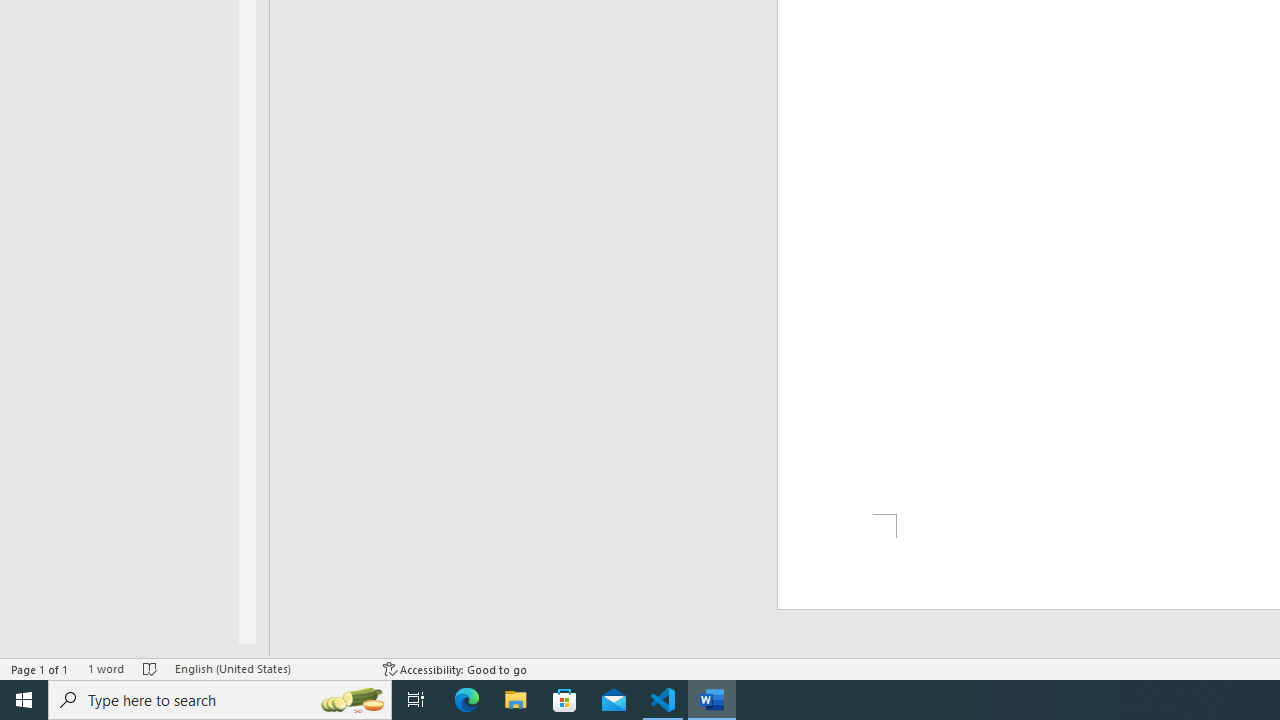 This screenshot has width=1280, height=720. I want to click on 'Page Number Page 1 of 1', so click(40, 669).